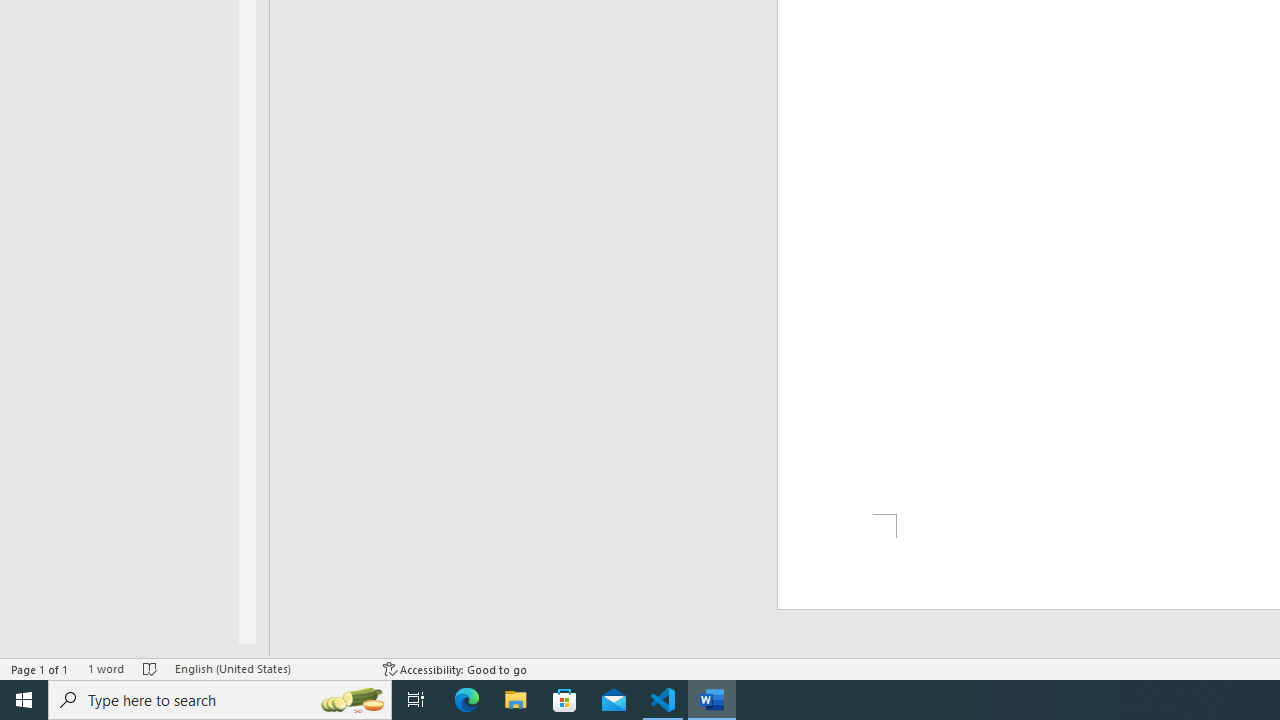 This screenshot has width=1280, height=720. I want to click on 'Page Number Page 1 of 1', so click(40, 669).